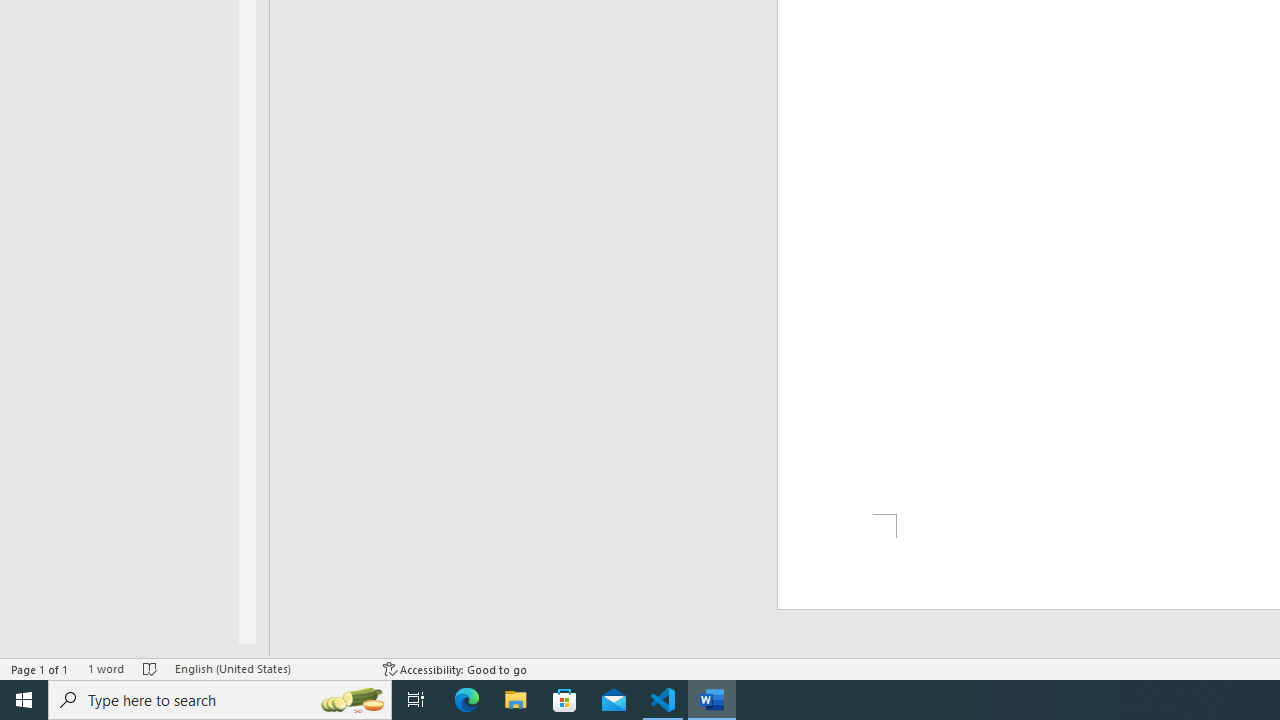 This screenshot has width=1280, height=720. I want to click on 'Page Number Page 1 of 1', so click(40, 669).